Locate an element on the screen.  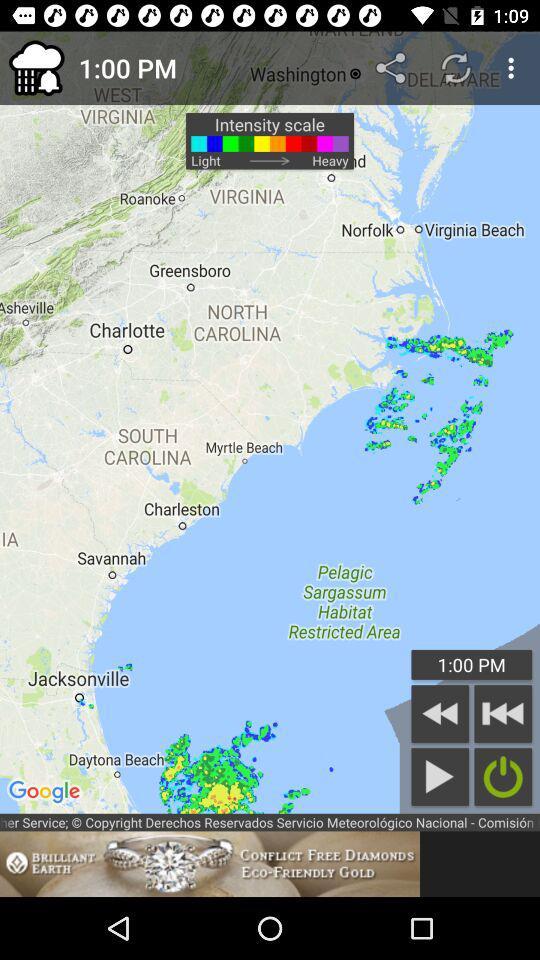
play option is located at coordinates (440, 776).